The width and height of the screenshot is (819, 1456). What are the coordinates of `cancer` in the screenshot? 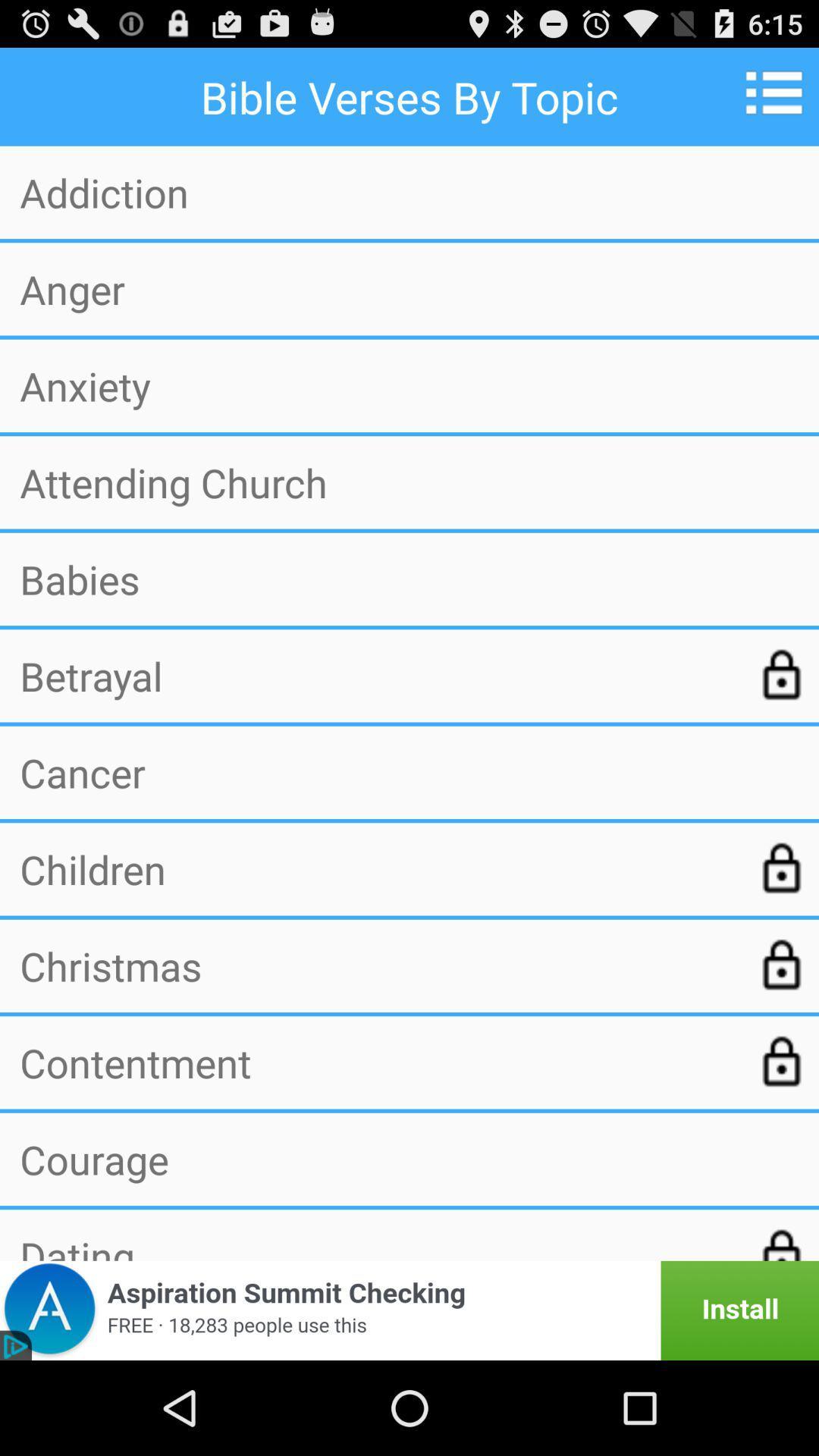 It's located at (409, 772).